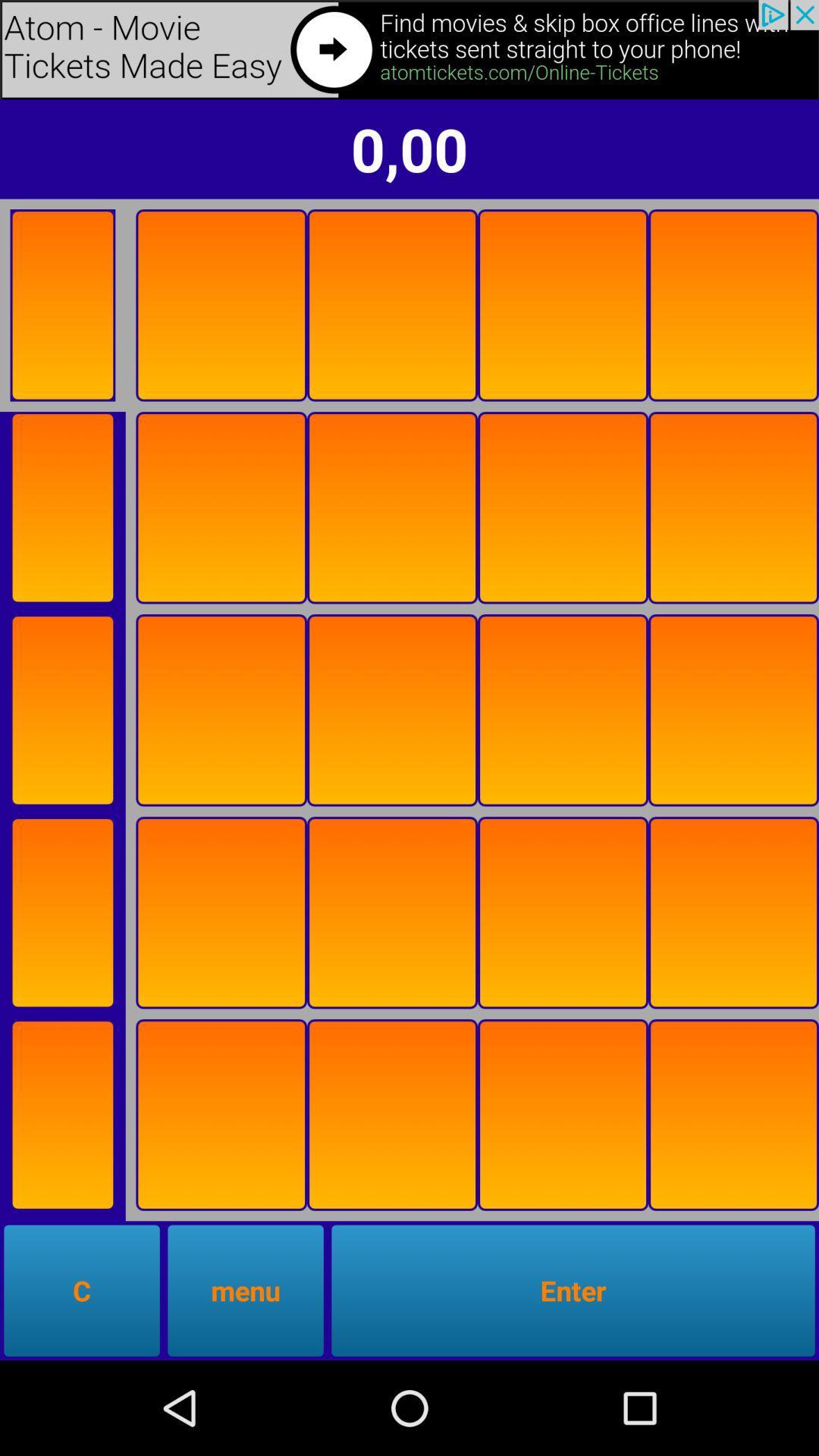  Describe the element at coordinates (409, 49) in the screenshot. I see `atomtickets.com` at that location.